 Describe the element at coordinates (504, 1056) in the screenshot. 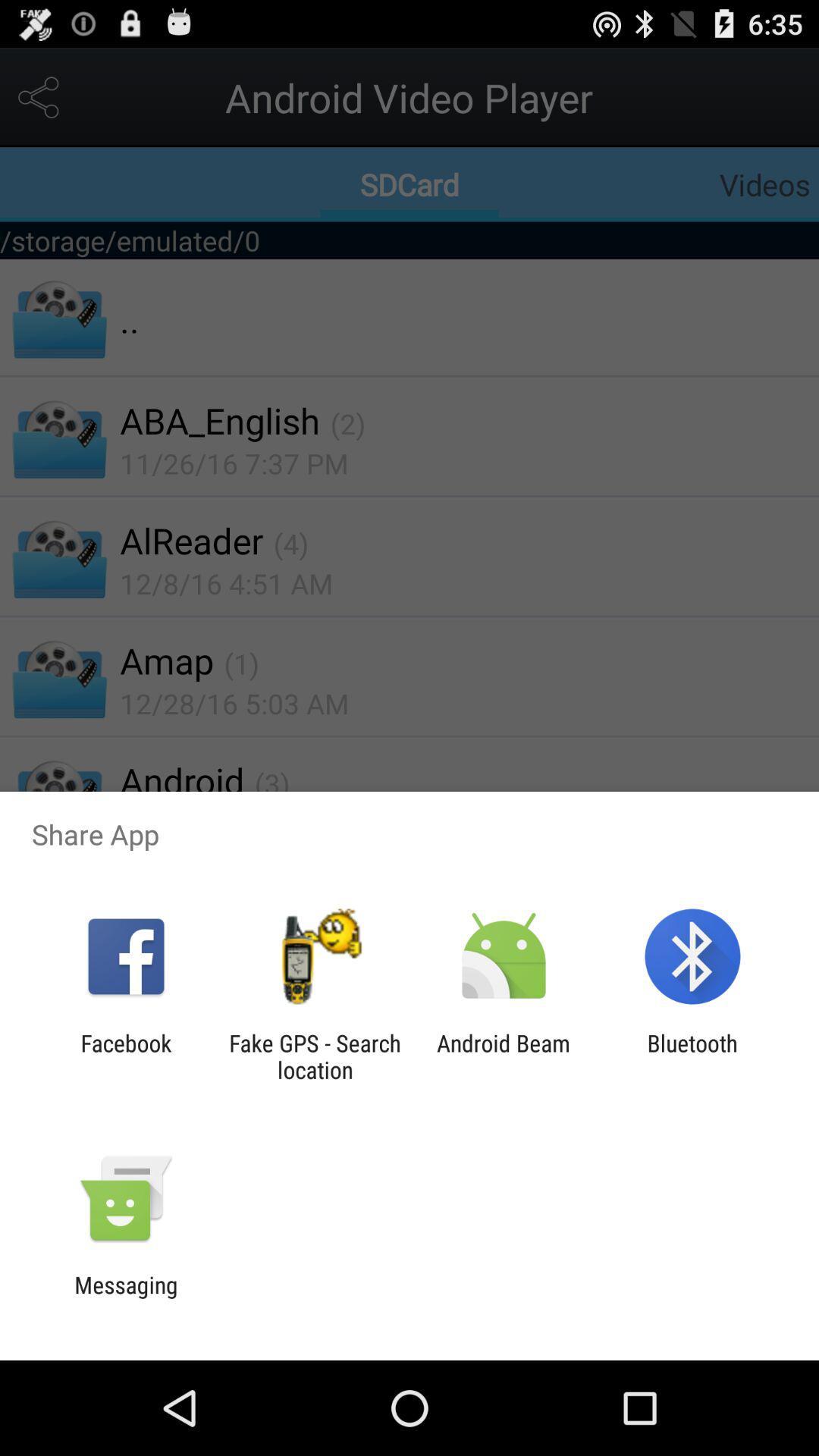

I see `the app to the right of fake gps search app` at that location.